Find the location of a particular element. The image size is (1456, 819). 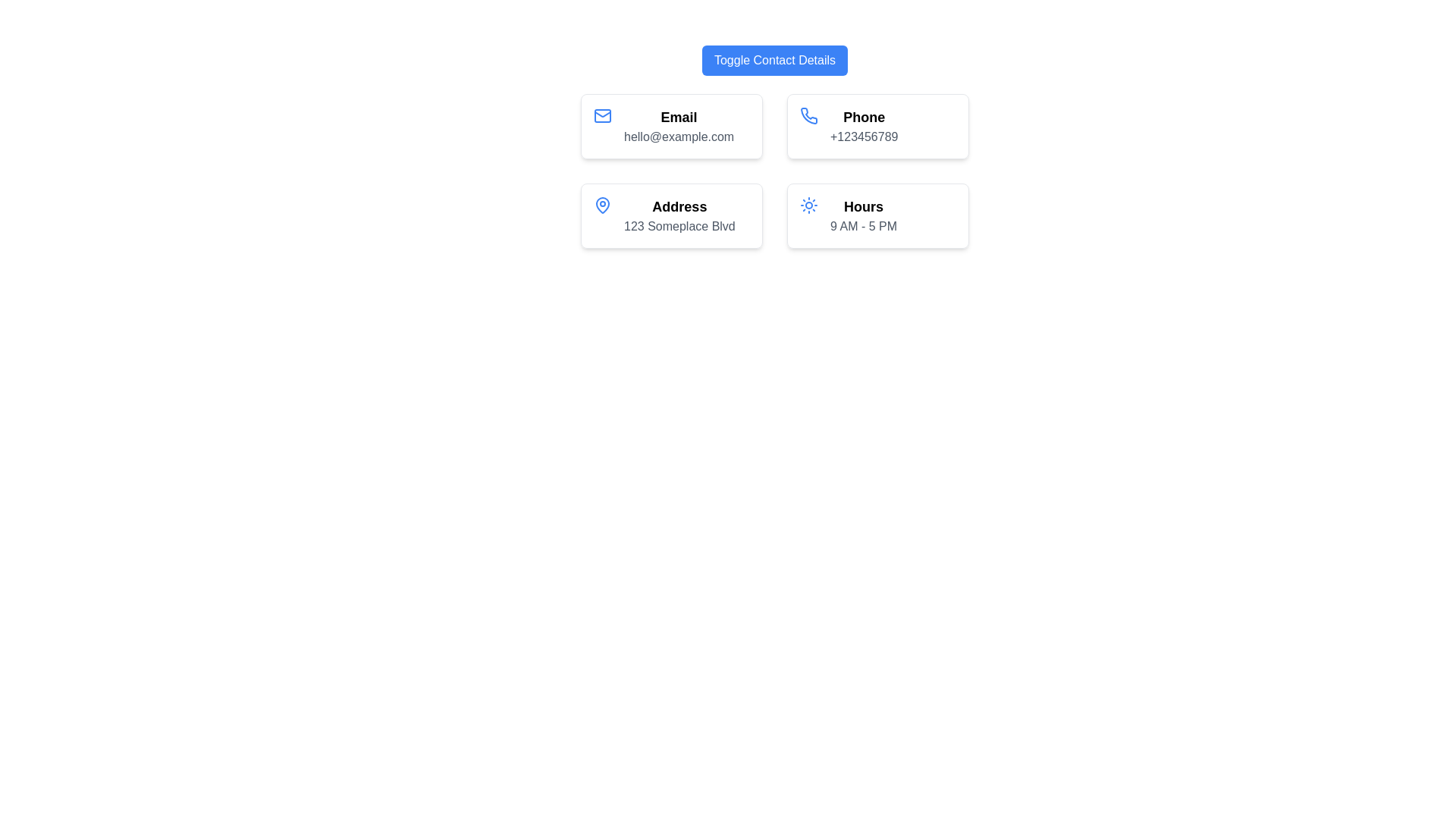

the telephone icon located at the top-left of the contact card, adjacent to the 'Phone' label is located at coordinates (808, 125).